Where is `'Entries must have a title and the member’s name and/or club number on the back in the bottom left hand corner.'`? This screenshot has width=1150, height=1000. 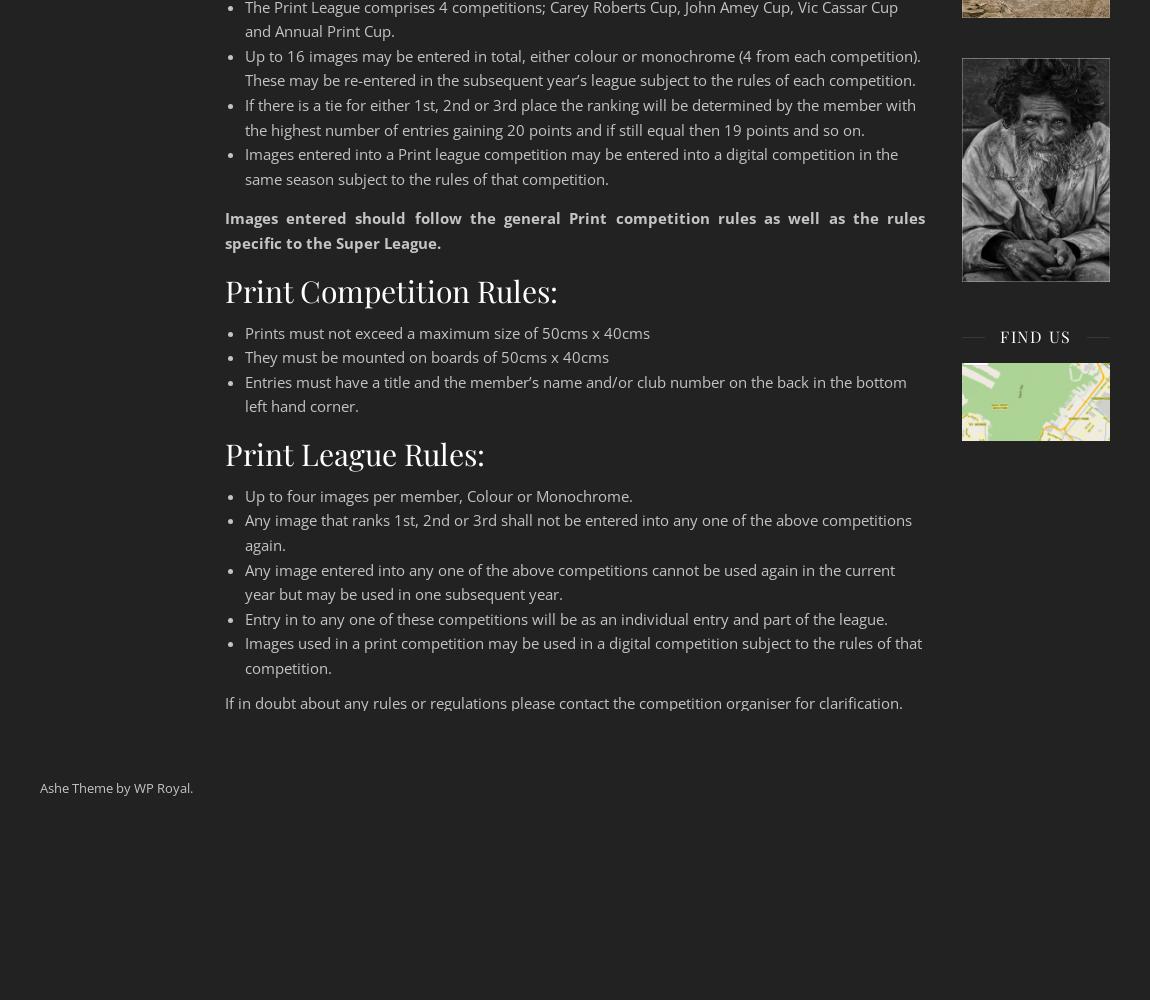 'Entries must have a title and the member’s name and/or club number on the back in the bottom left hand corner.' is located at coordinates (575, 393).